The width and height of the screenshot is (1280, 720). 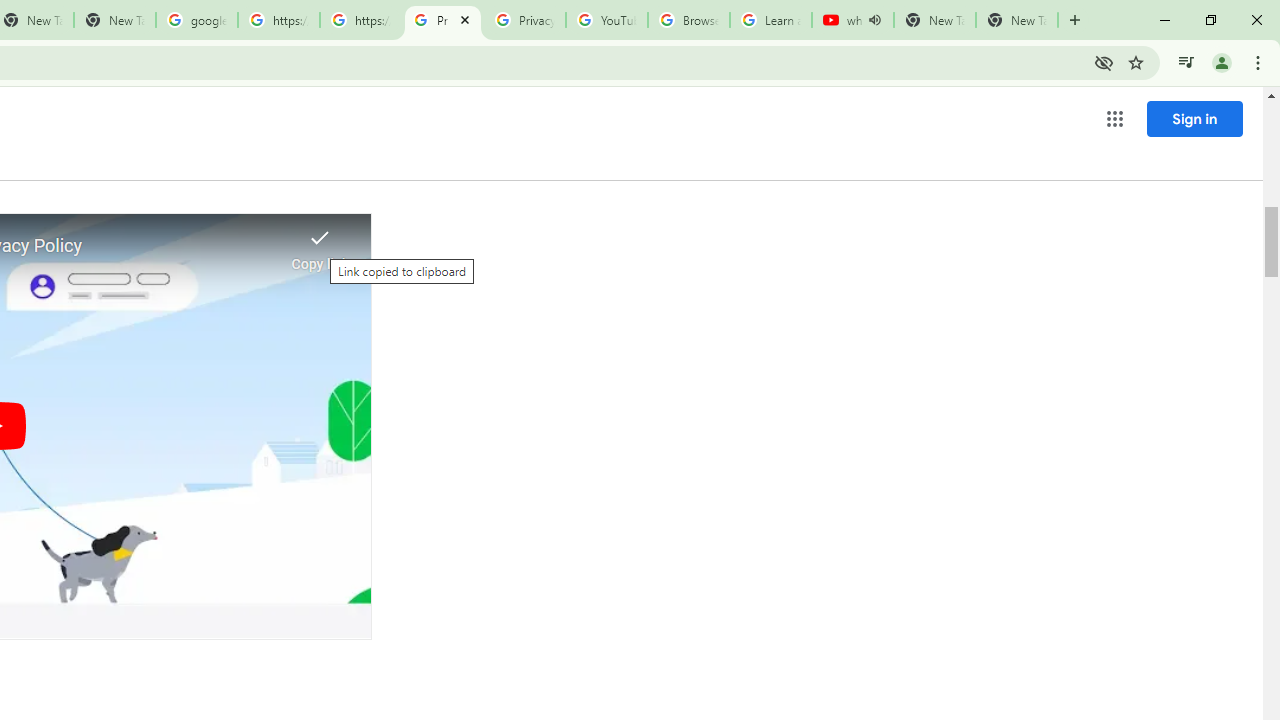 I want to click on 'Mute tab', so click(x=874, y=20).